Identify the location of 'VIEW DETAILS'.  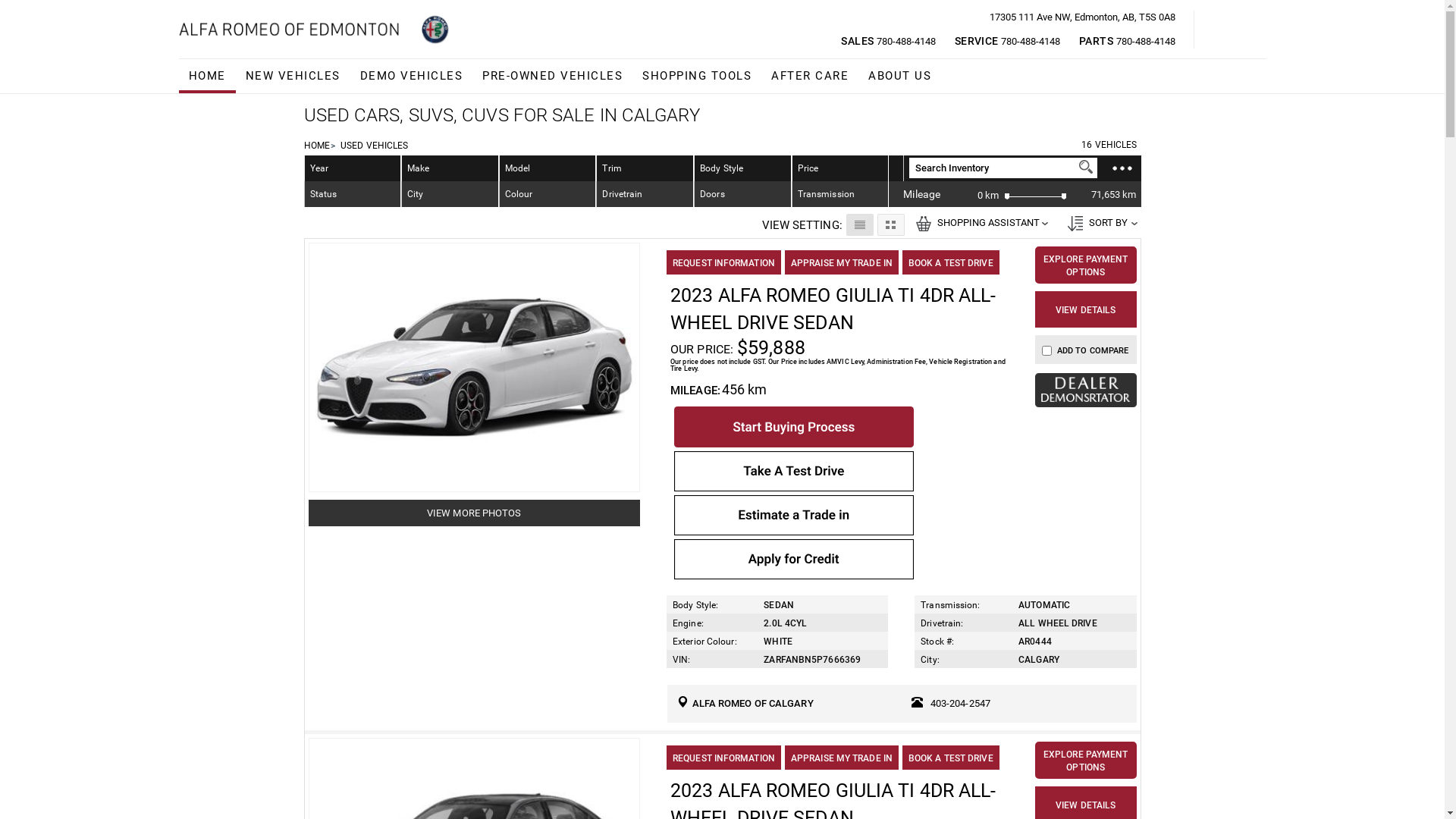
(1084, 309).